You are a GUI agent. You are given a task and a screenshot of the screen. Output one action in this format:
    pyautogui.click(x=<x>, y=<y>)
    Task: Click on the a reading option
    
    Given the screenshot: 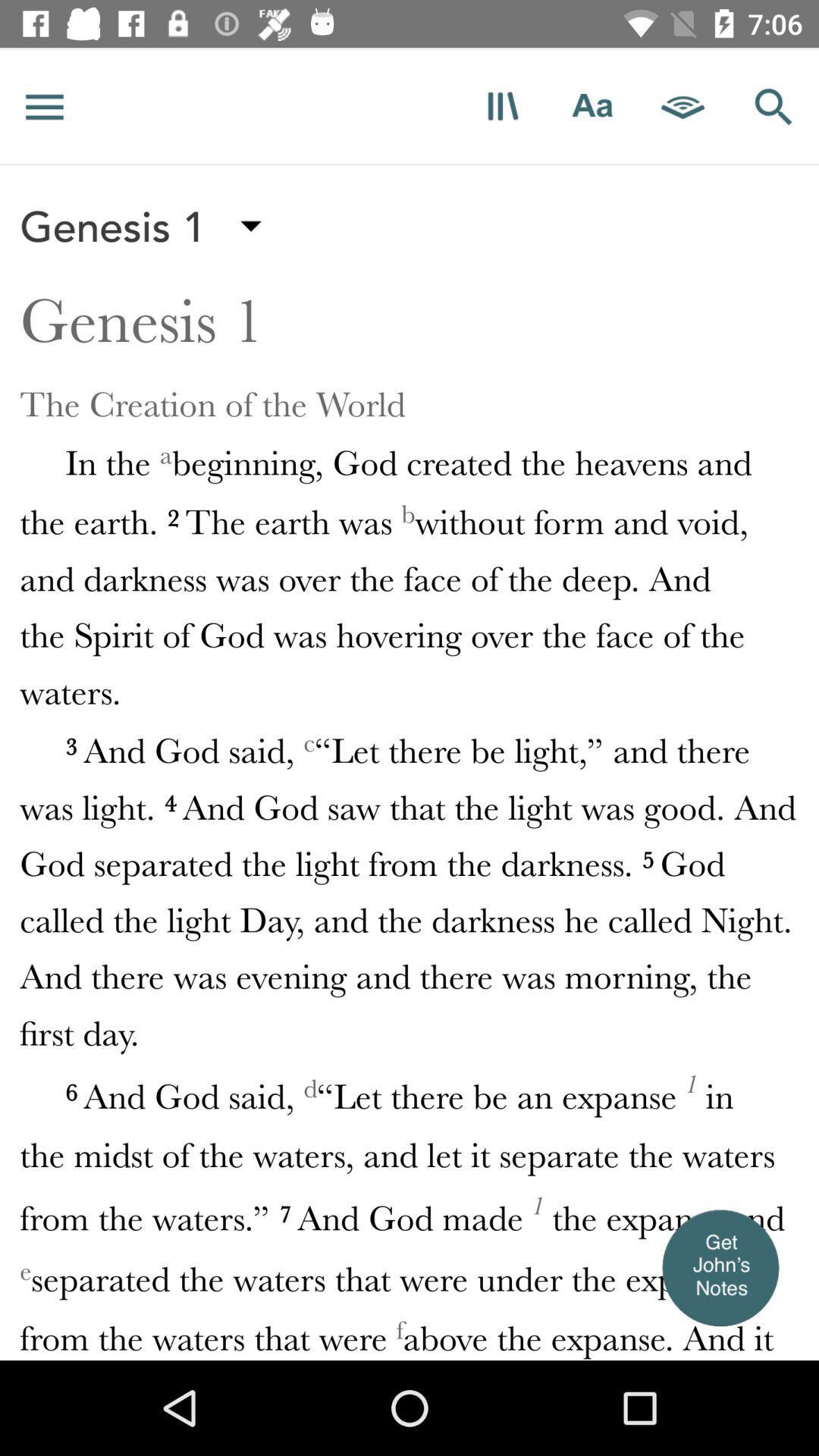 What is the action you would take?
    pyautogui.click(x=683, y=105)
    